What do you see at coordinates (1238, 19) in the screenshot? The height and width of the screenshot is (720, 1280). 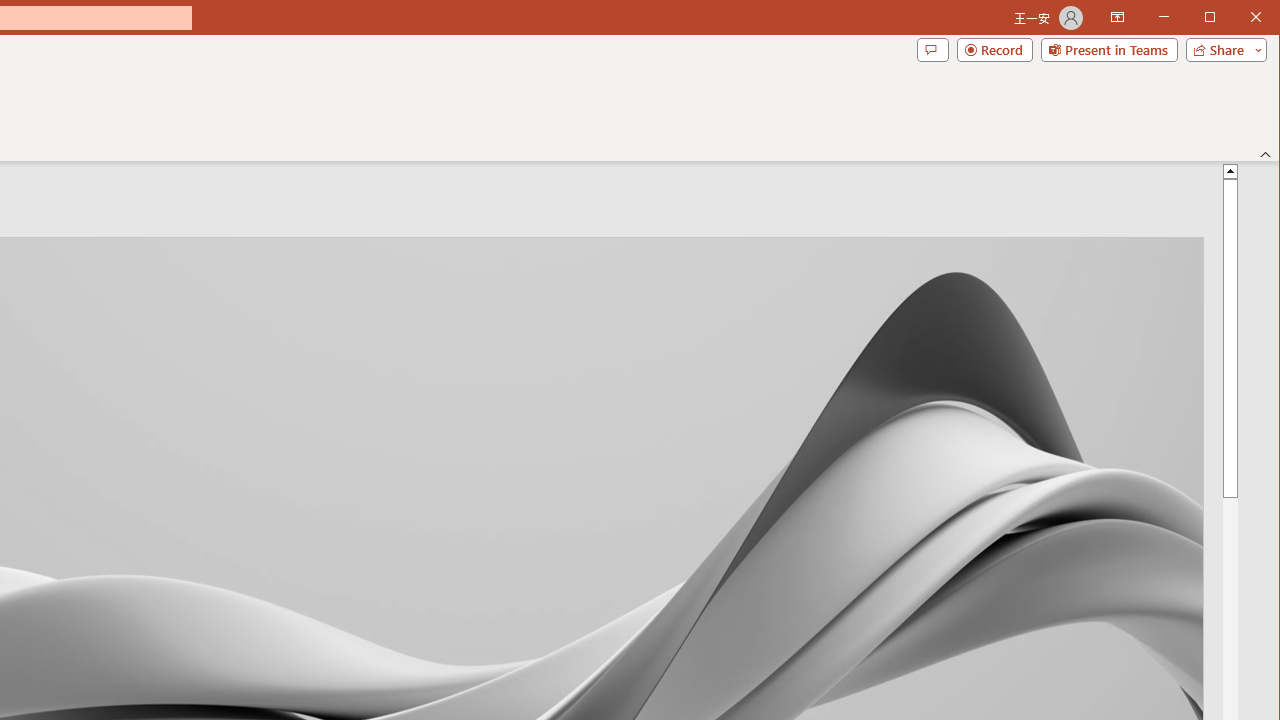 I see `'Maximize'` at bounding box center [1238, 19].